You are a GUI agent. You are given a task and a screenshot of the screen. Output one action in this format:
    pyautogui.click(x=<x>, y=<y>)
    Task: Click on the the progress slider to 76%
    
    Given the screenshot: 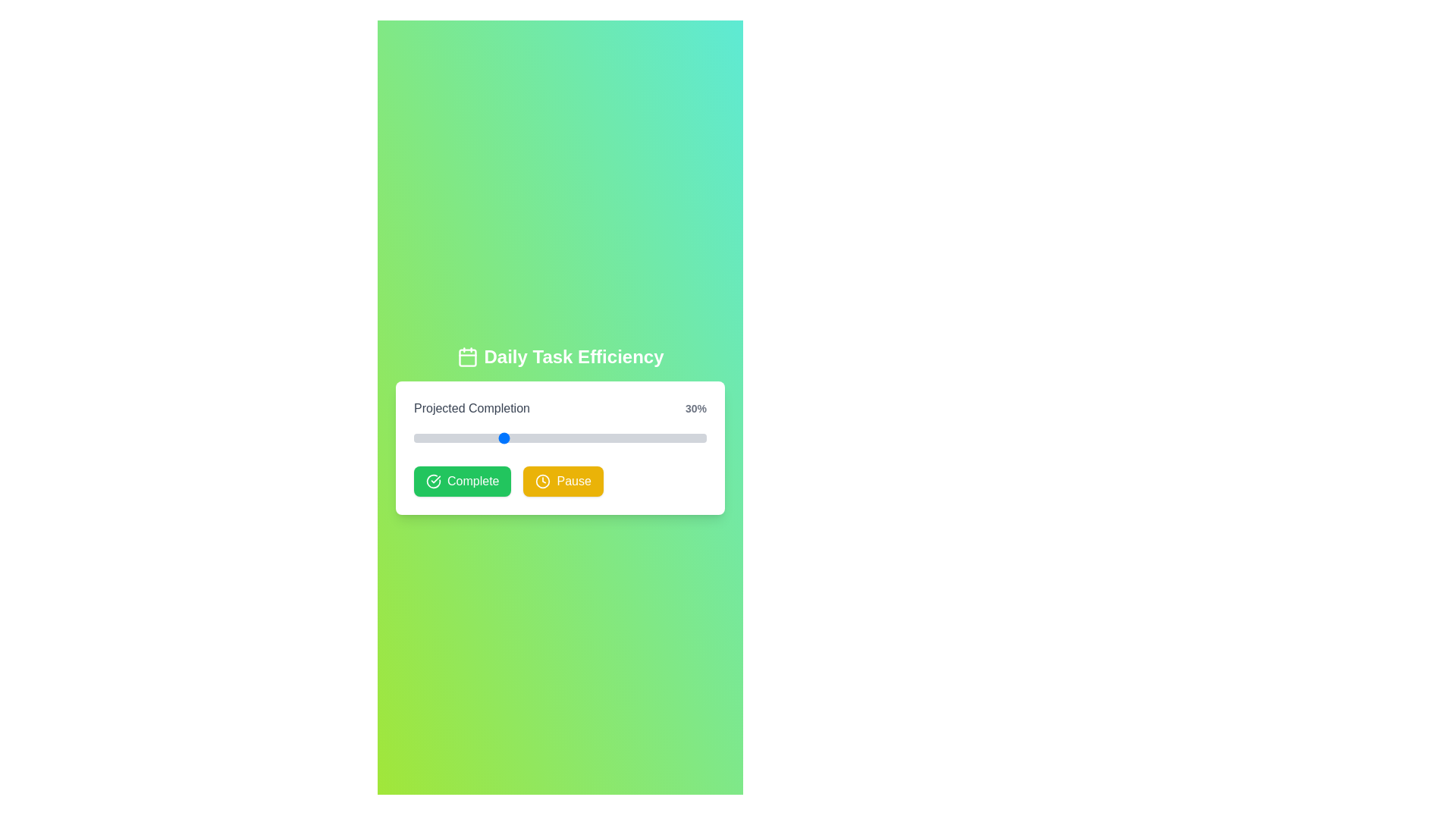 What is the action you would take?
    pyautogui.click(x=636, y=438)
    